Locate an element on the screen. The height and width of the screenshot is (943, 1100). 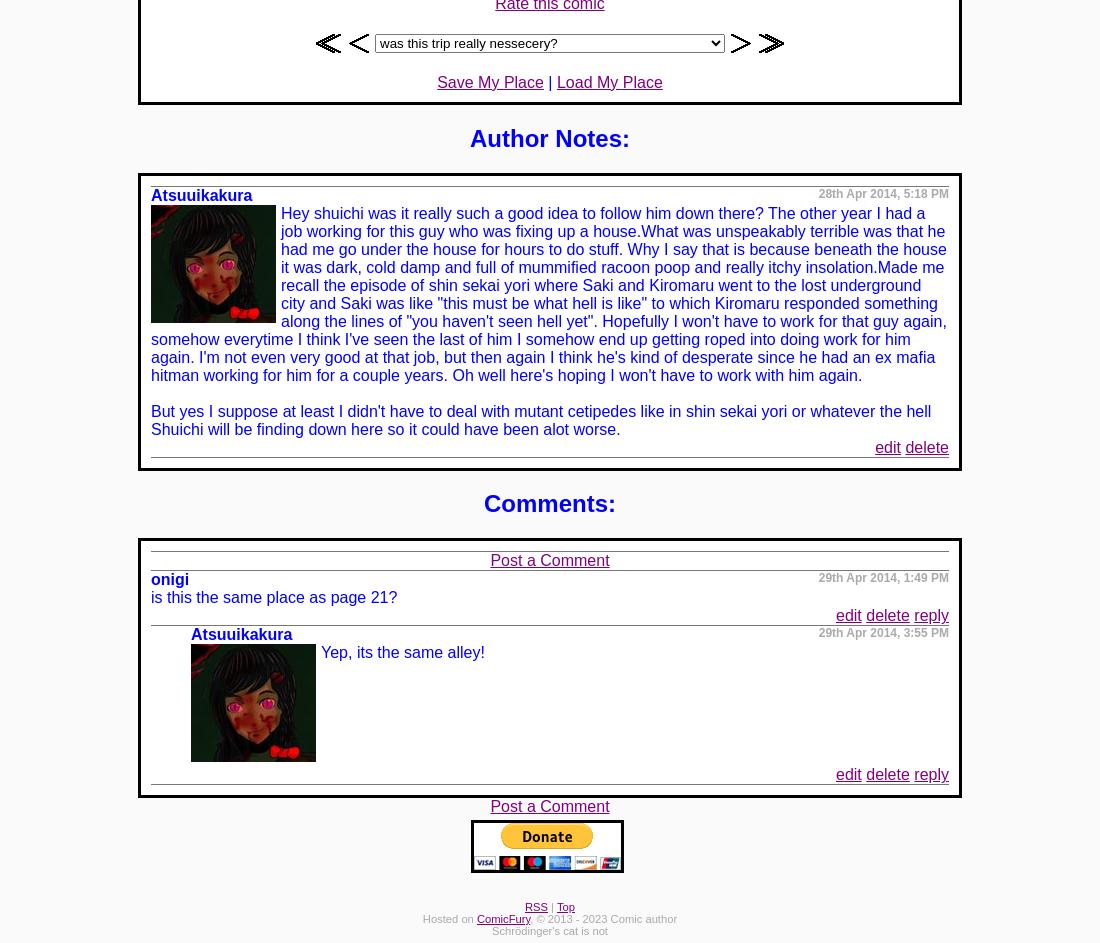
'Save My Place' is located at coordinates (490, 80).